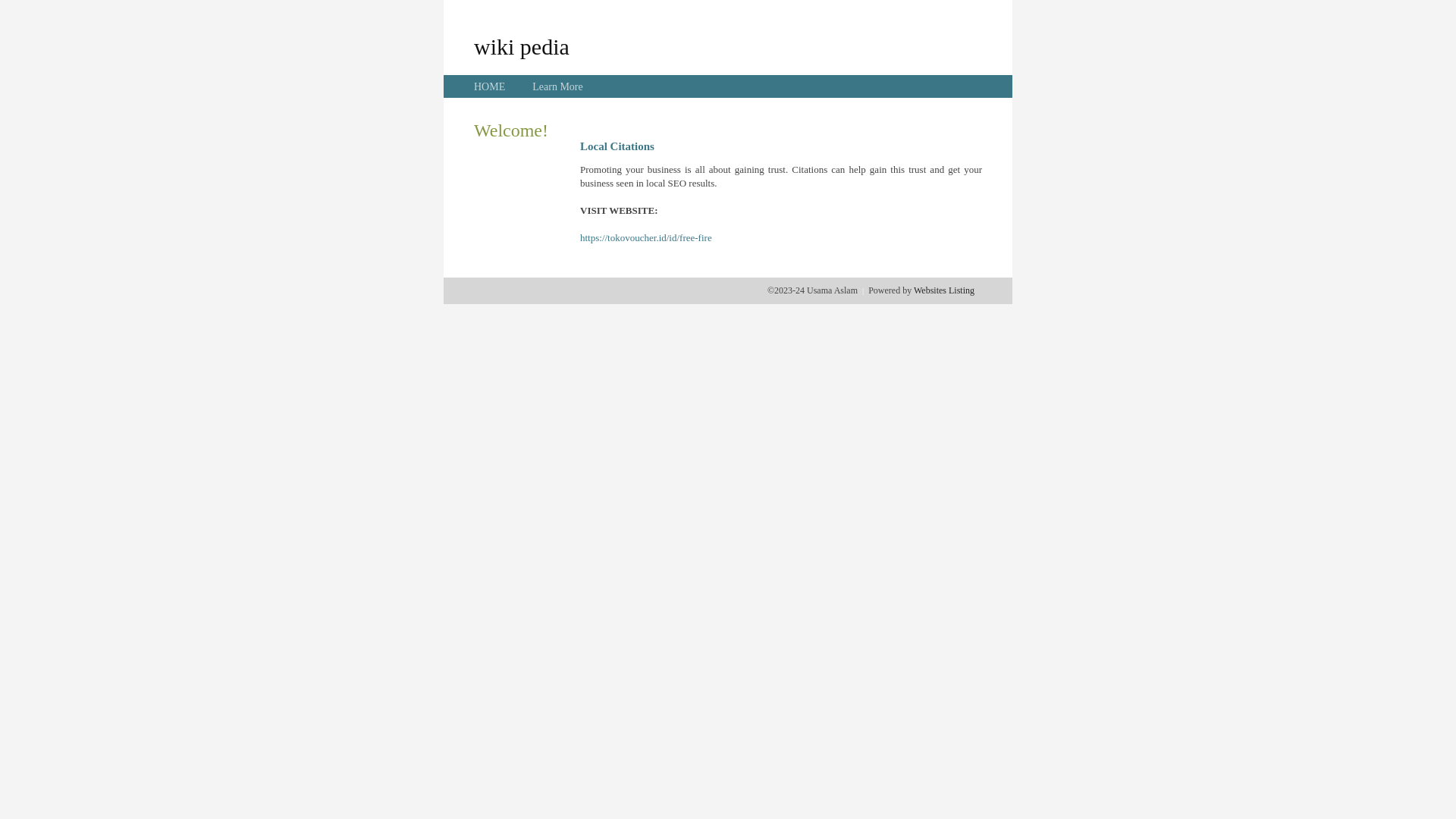 Image resolution: width=1456 pixels, height=819 pixels. Describe the element at coordinates (645, 237) in the screenshot. I see `'https://tokovoucher.id/id/free-fire'` at that location.